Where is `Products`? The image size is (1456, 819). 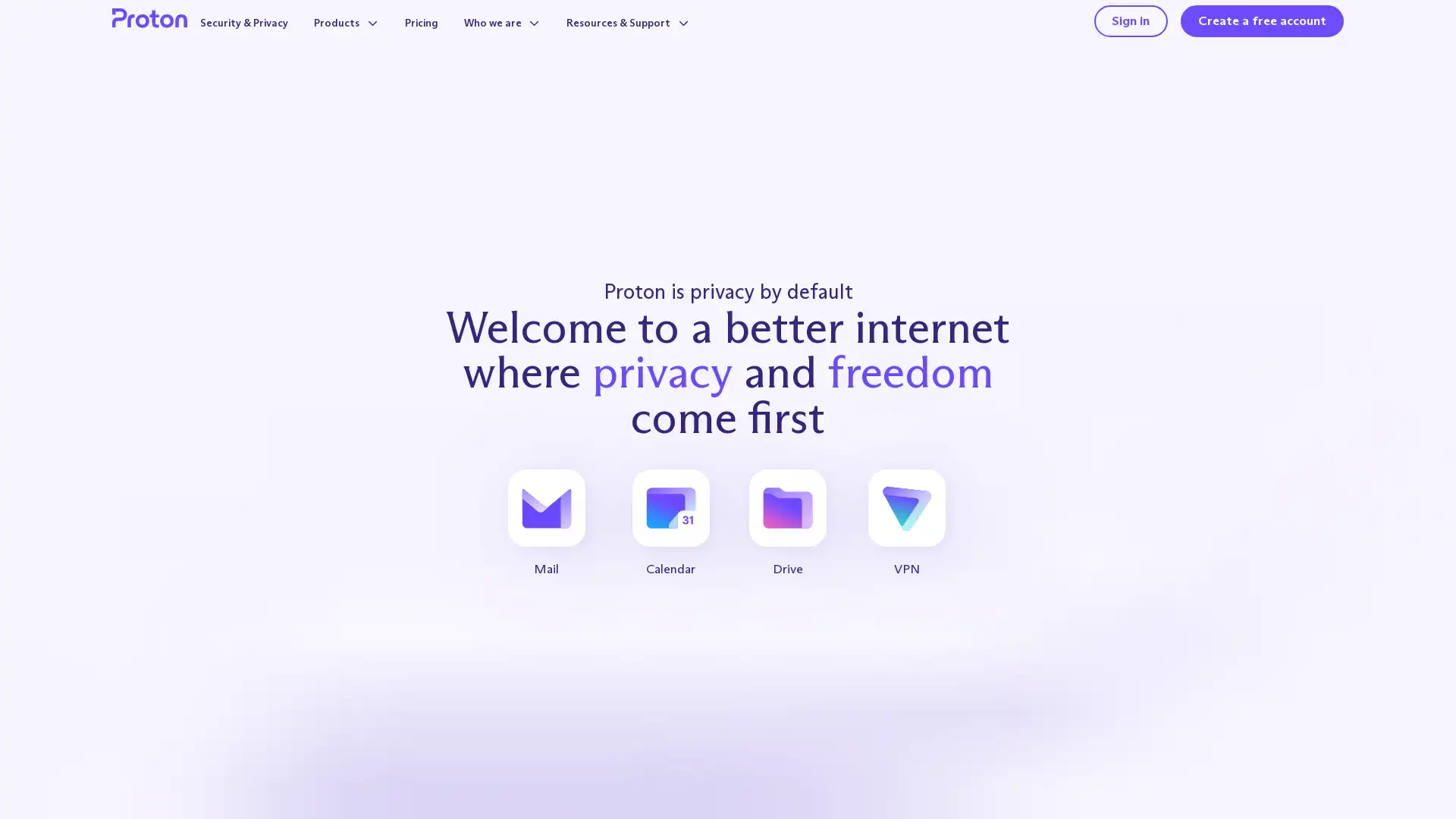 Products is located at coordinates (344, 39).